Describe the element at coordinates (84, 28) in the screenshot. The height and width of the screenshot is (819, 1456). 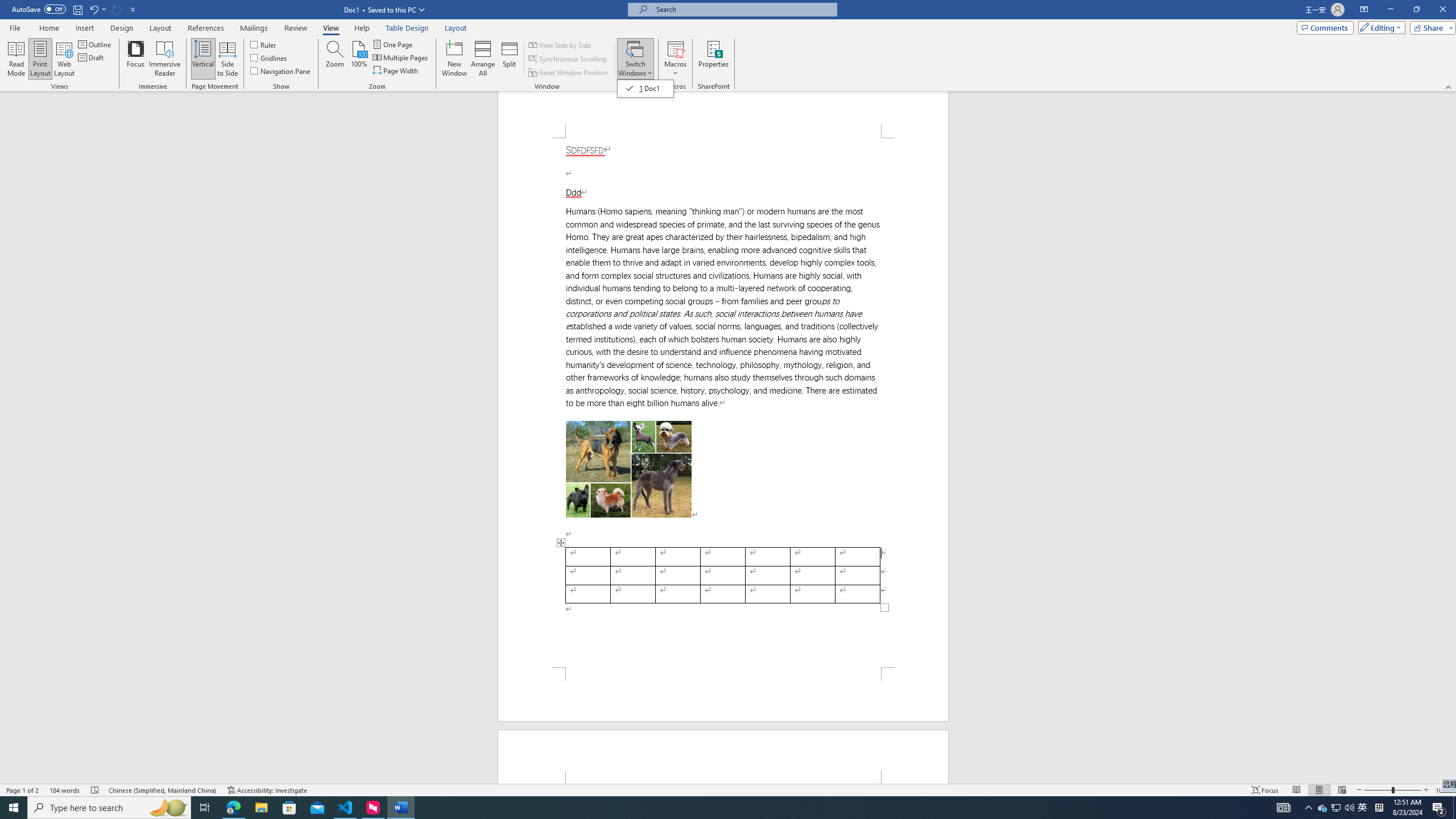
I see `'Insert'` at that location.